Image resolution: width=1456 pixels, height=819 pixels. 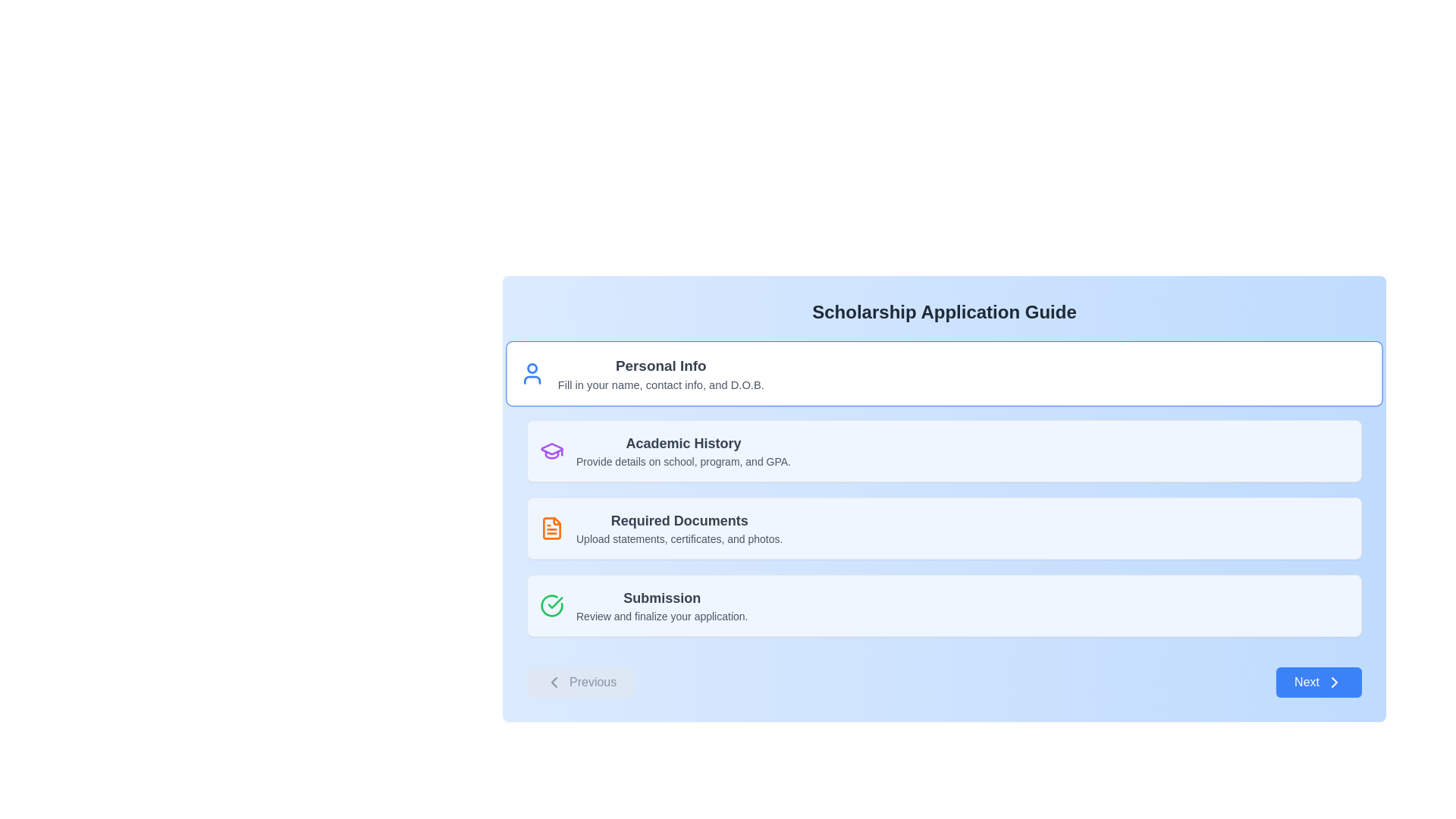 What do you see at coordinates (943, 528) in the screenshot?
I see `contents of the informational card that guides users to upload required documents for the application process, which is the third card in a vertical list located between 'Academic History' and 'Submission'` at bounding box center [943, 528].